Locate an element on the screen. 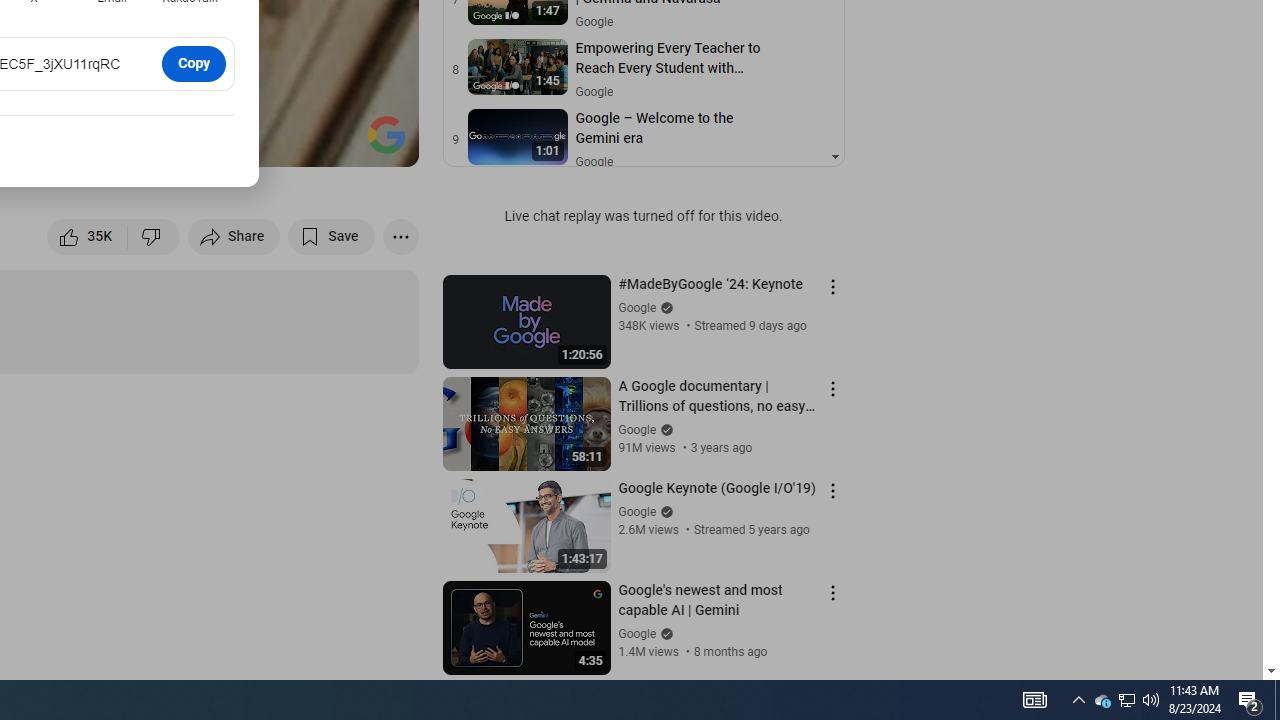 The height and width of the screenshot is (720, 1280). 'Verified' is located at coordinates (664, 633).